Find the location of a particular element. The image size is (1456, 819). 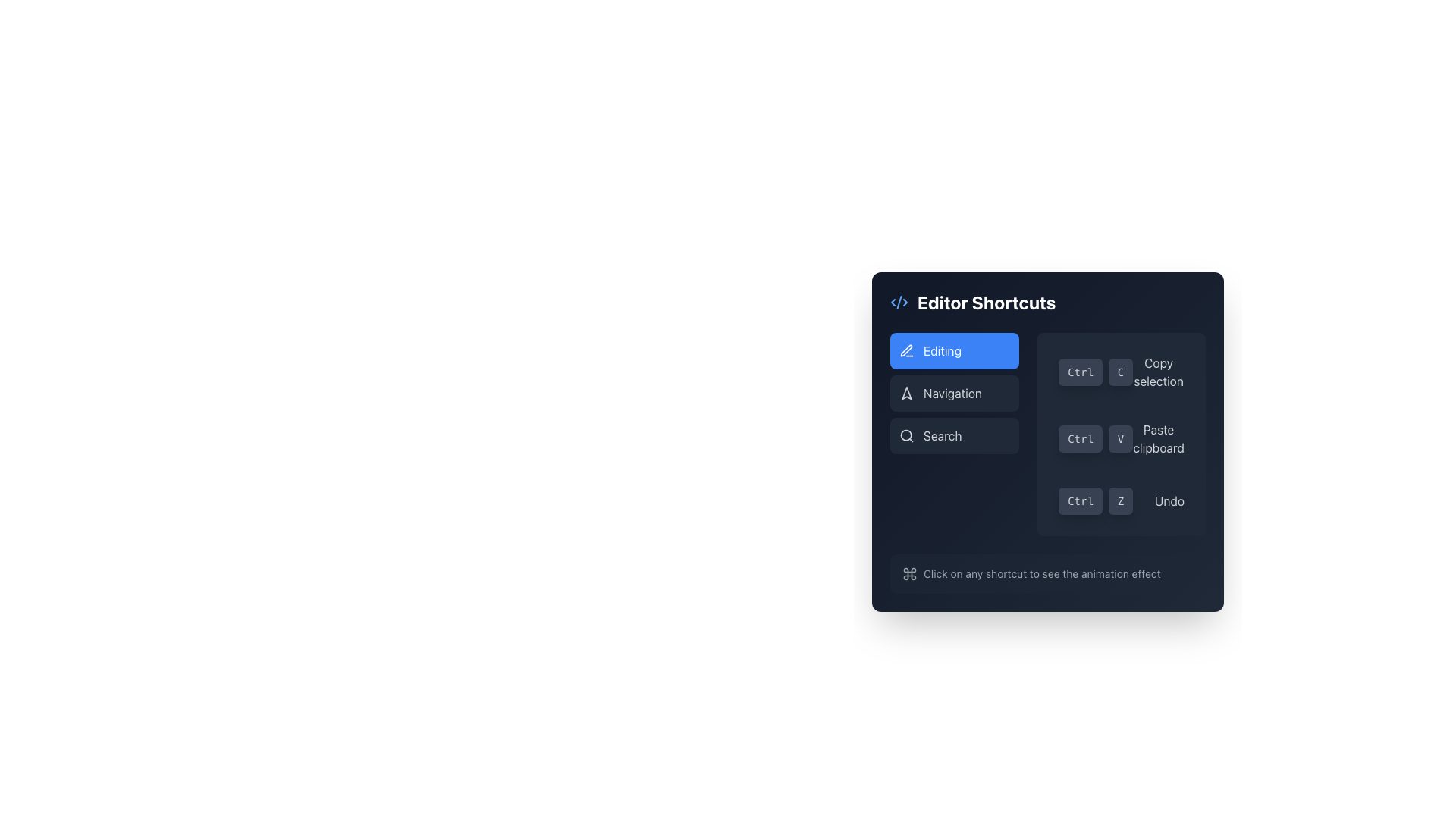

the topmost circular blue icon button in the 'Editor Shortcuts' panel is located at coordinates (906, 350).